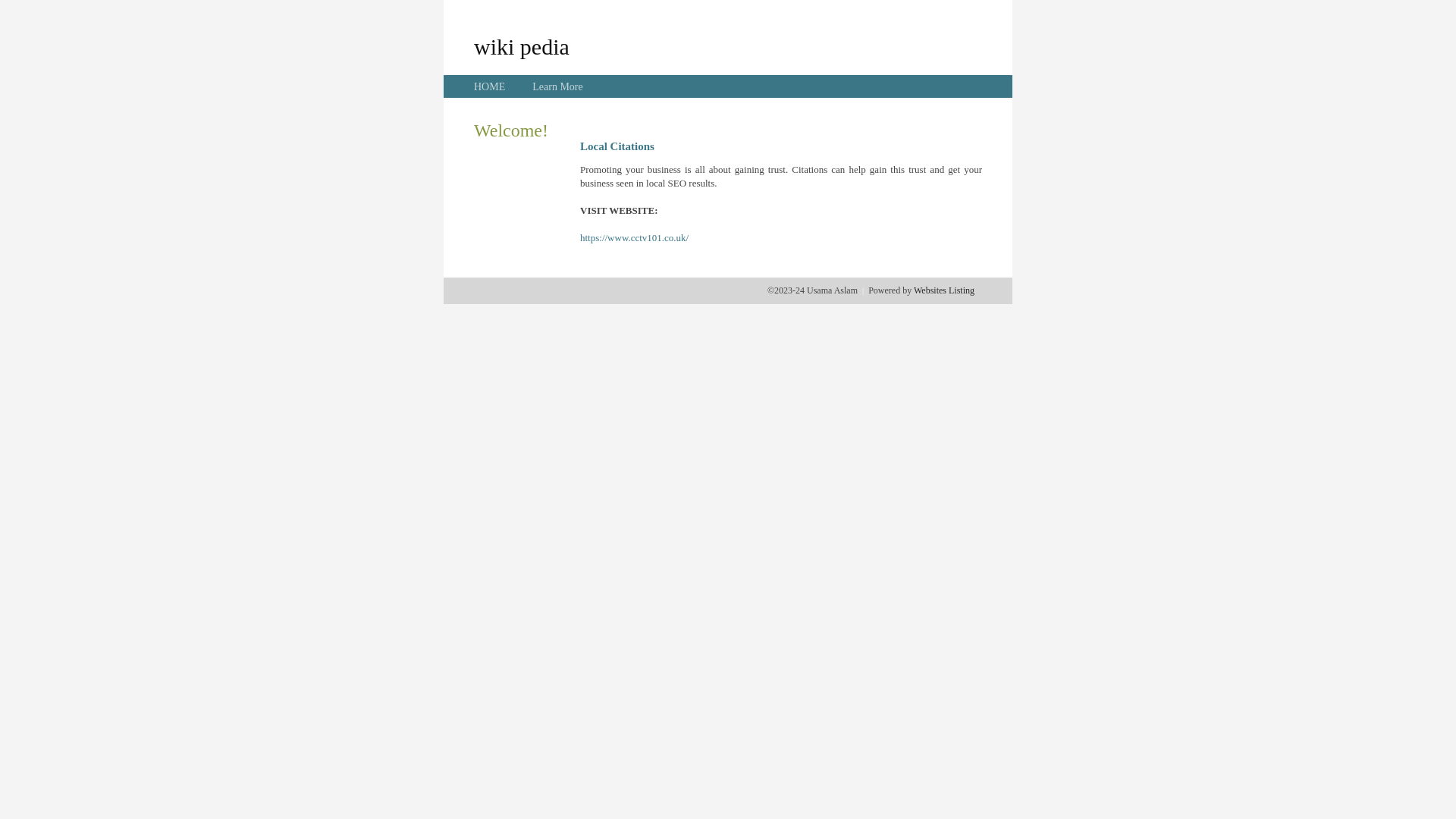  Describe the element at coordinates (521, 45) in the screenshot. I see `'wiki pedia'` at that location.